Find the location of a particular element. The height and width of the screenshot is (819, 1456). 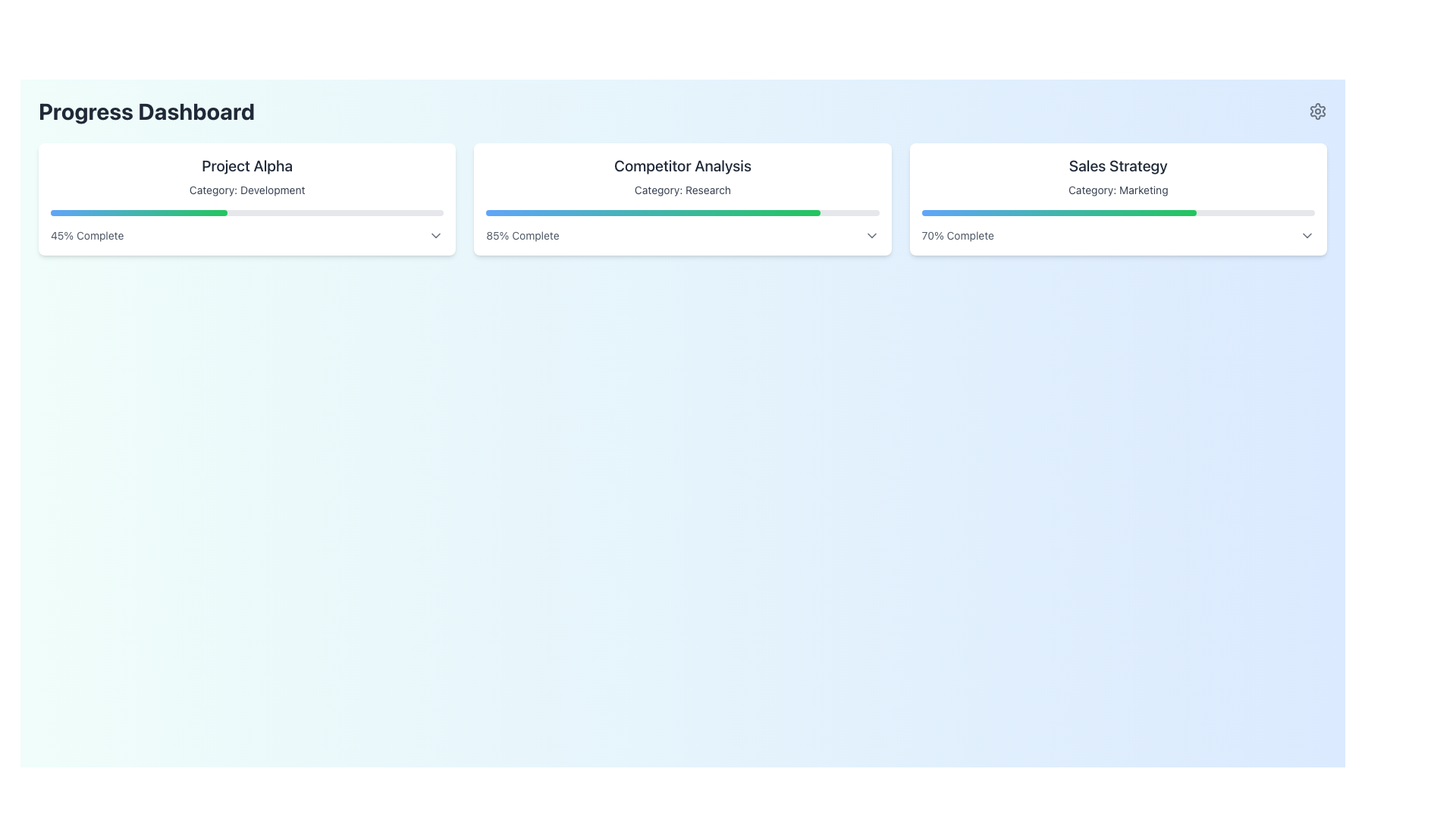

visual representation of the progress bar located under the 'Project Alpha' title, which is filled to 45% with a gradient from blue to green is located at coordinates (139, 213).